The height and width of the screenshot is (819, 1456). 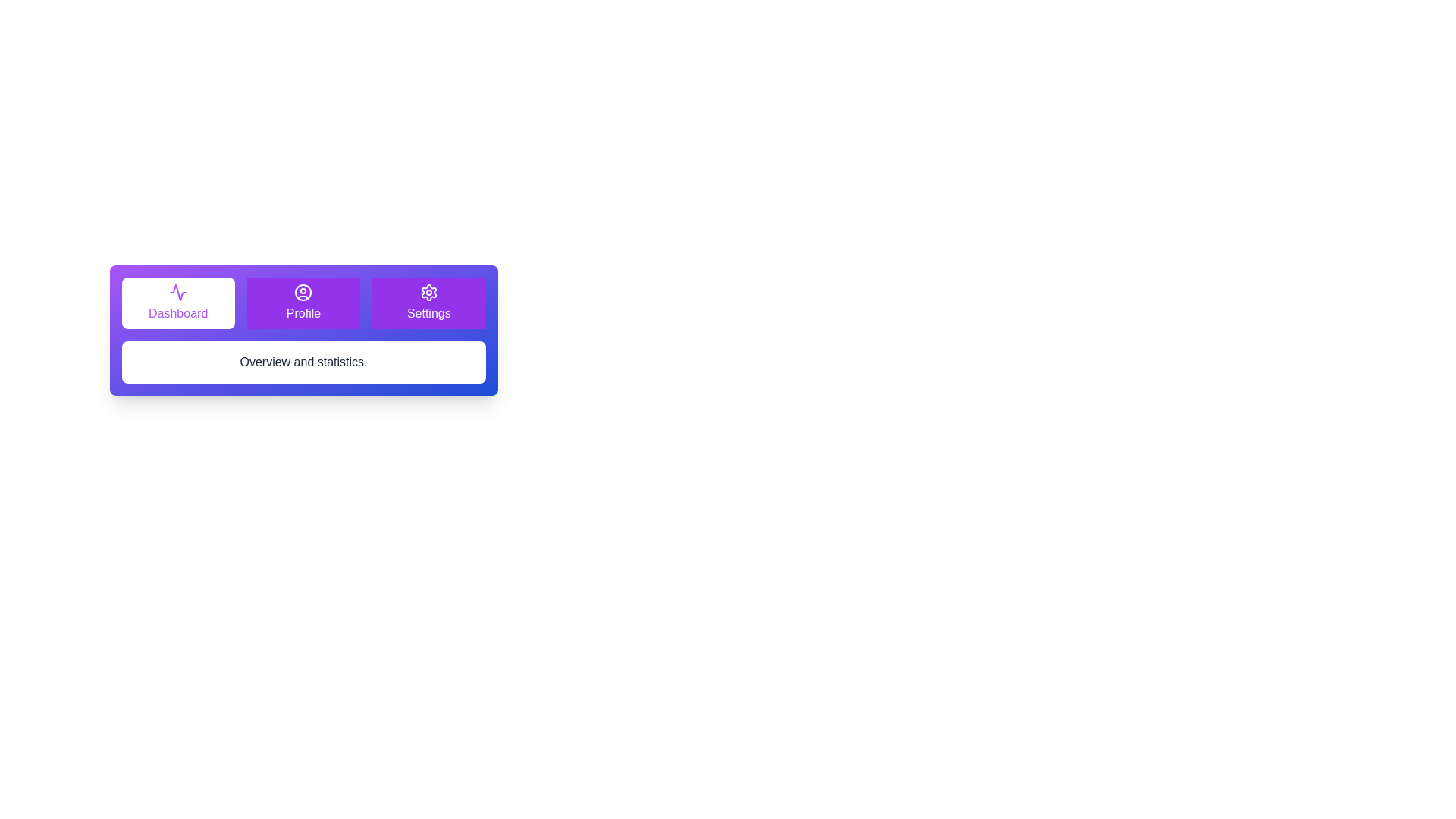 What do you see at coordinates (303, 292) in the screenshot?
I see `the icon for the Profile tab to activate it` at bounding box center [303, 292].